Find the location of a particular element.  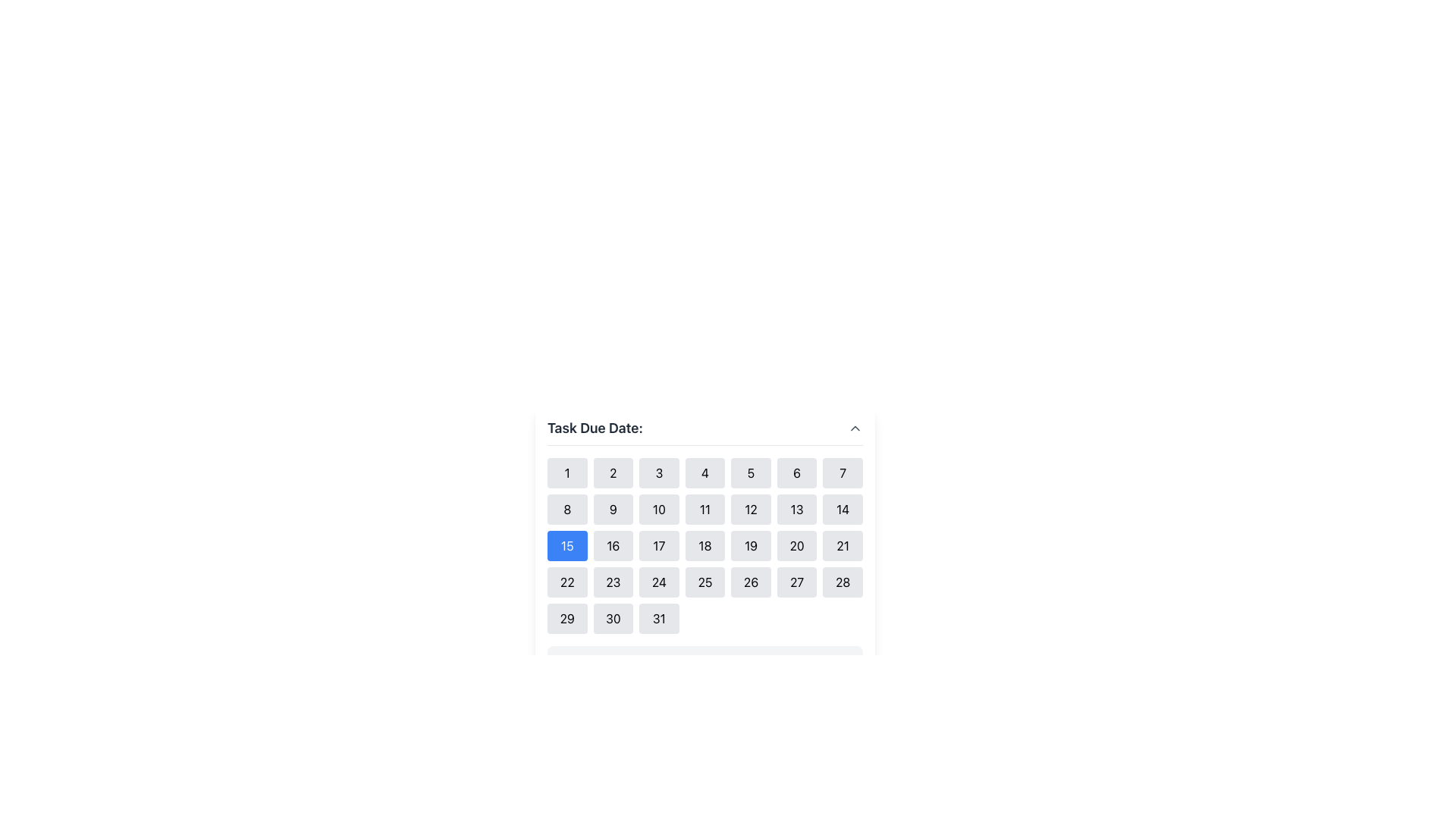

the button representing the 11th day of the month in the calendar interface is located at coordinates (704, 509).